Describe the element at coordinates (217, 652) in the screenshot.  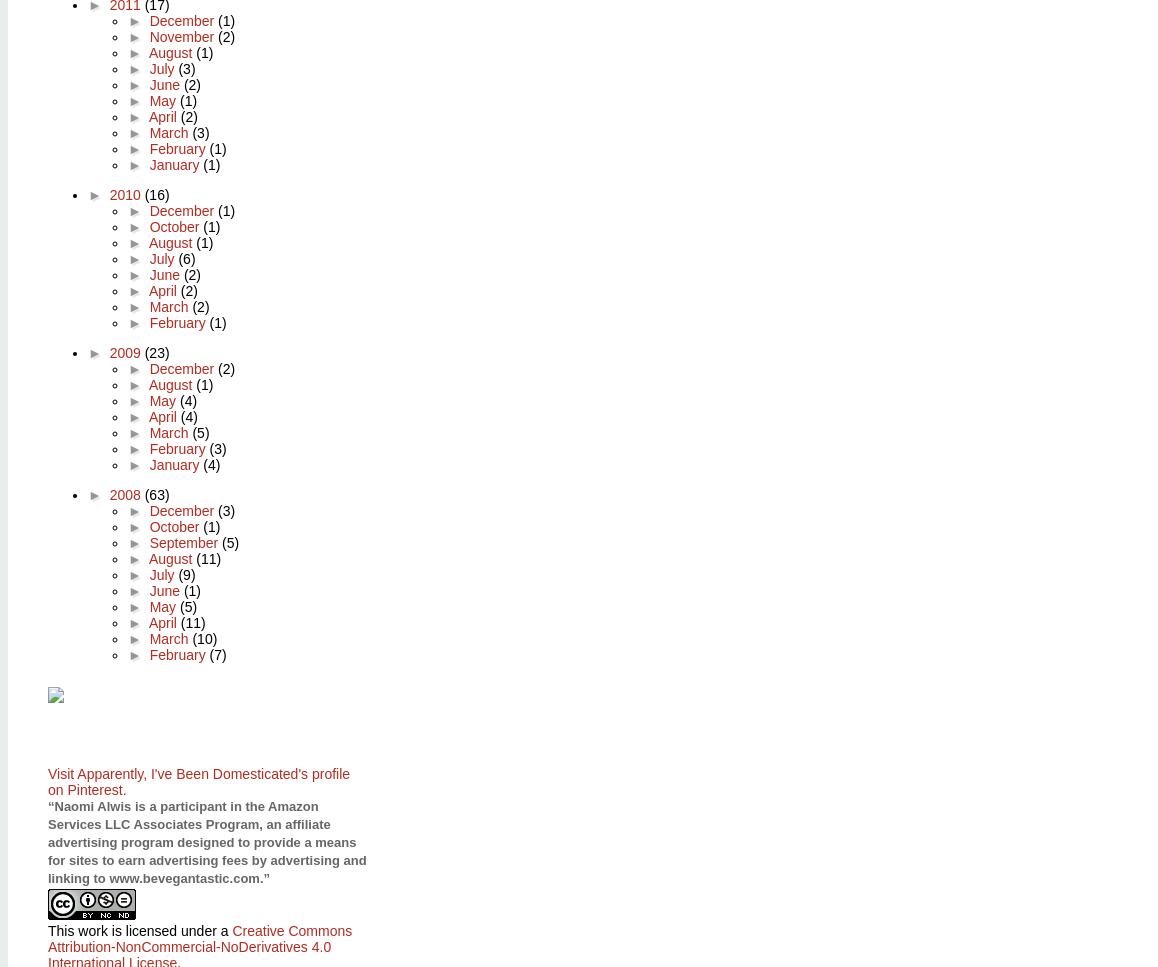
I see `'(7)'` at that location.